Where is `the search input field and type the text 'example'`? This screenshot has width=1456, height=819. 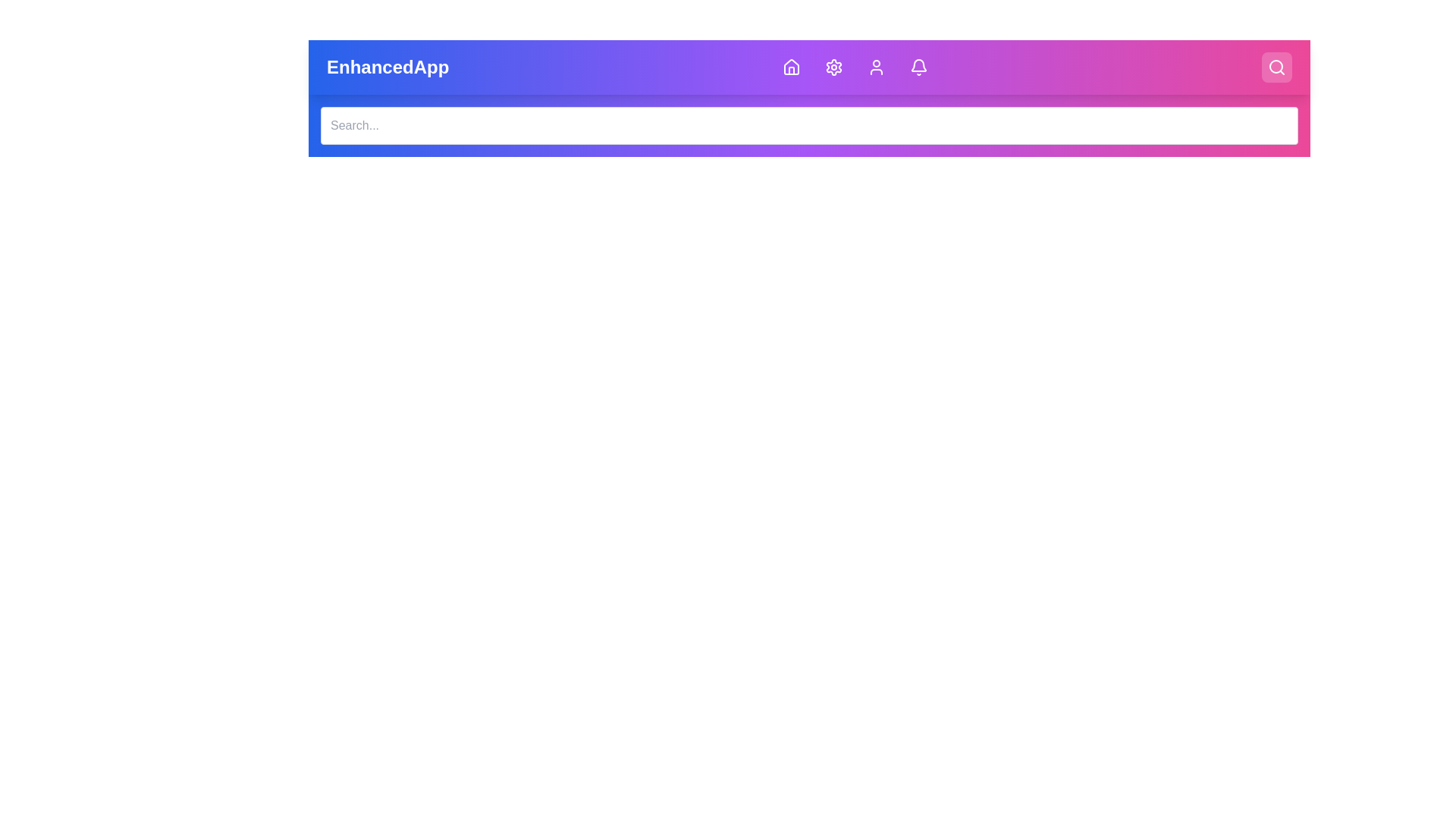
the search input field and type the text 'example' is located at coordinates (808, 124).